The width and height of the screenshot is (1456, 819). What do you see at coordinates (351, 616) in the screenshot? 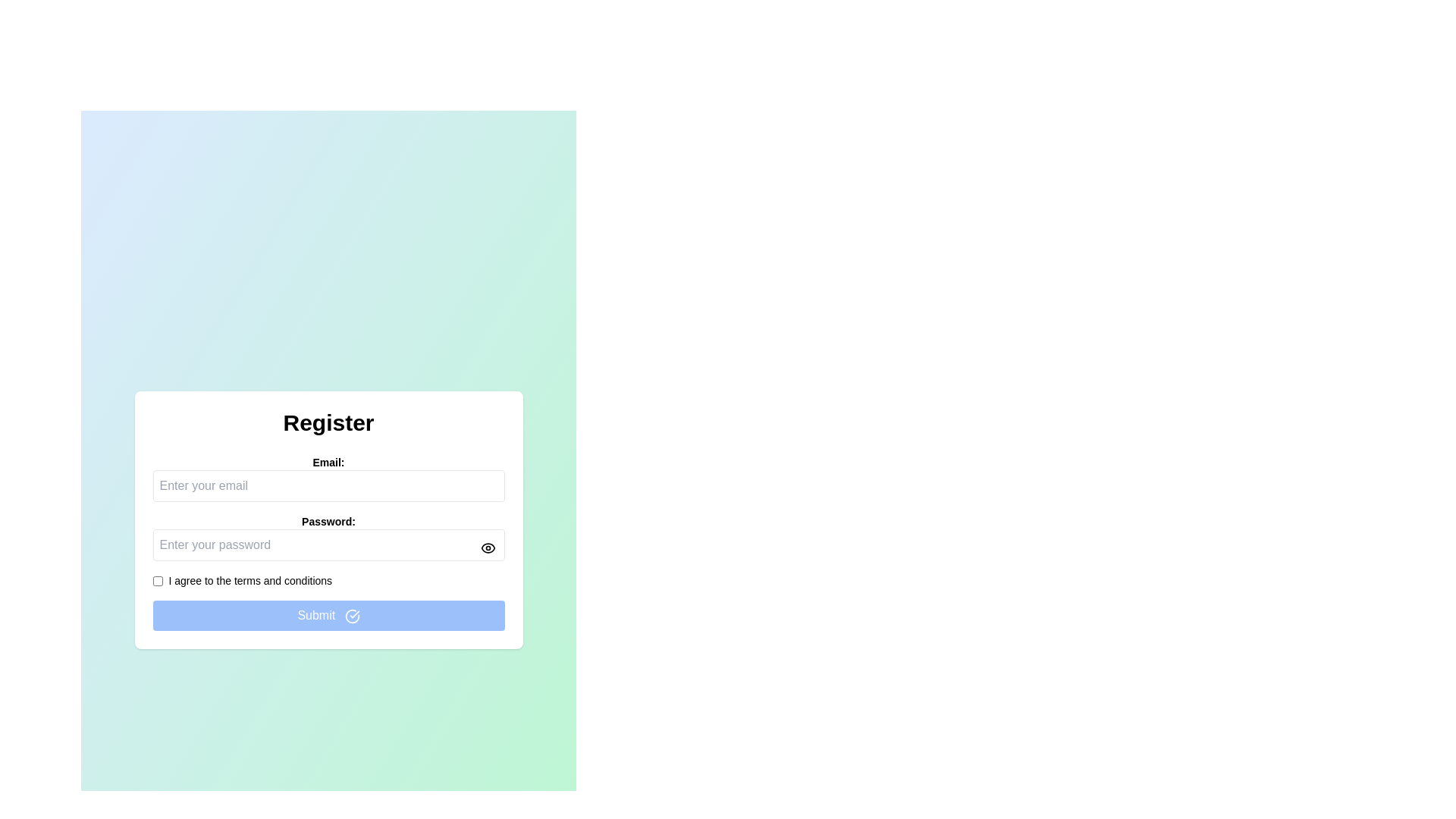
I see `the circular check mark icon with a blue background and white border, located on the right side of the 'Submit' button at the bottom of the registration form` at bounding box center [351, 616].